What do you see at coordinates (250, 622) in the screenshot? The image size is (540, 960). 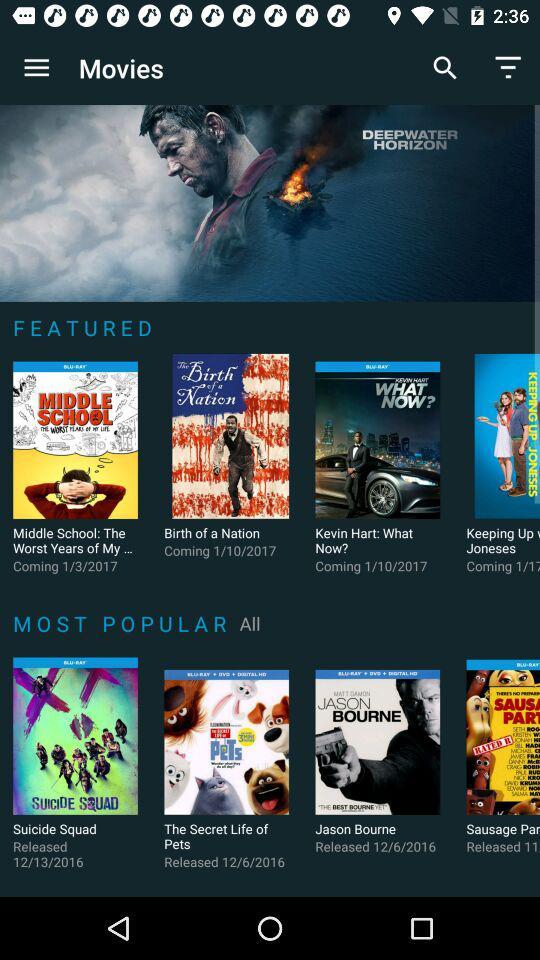 I see `the item below coming 1 10` at bounding box center [250, 622].